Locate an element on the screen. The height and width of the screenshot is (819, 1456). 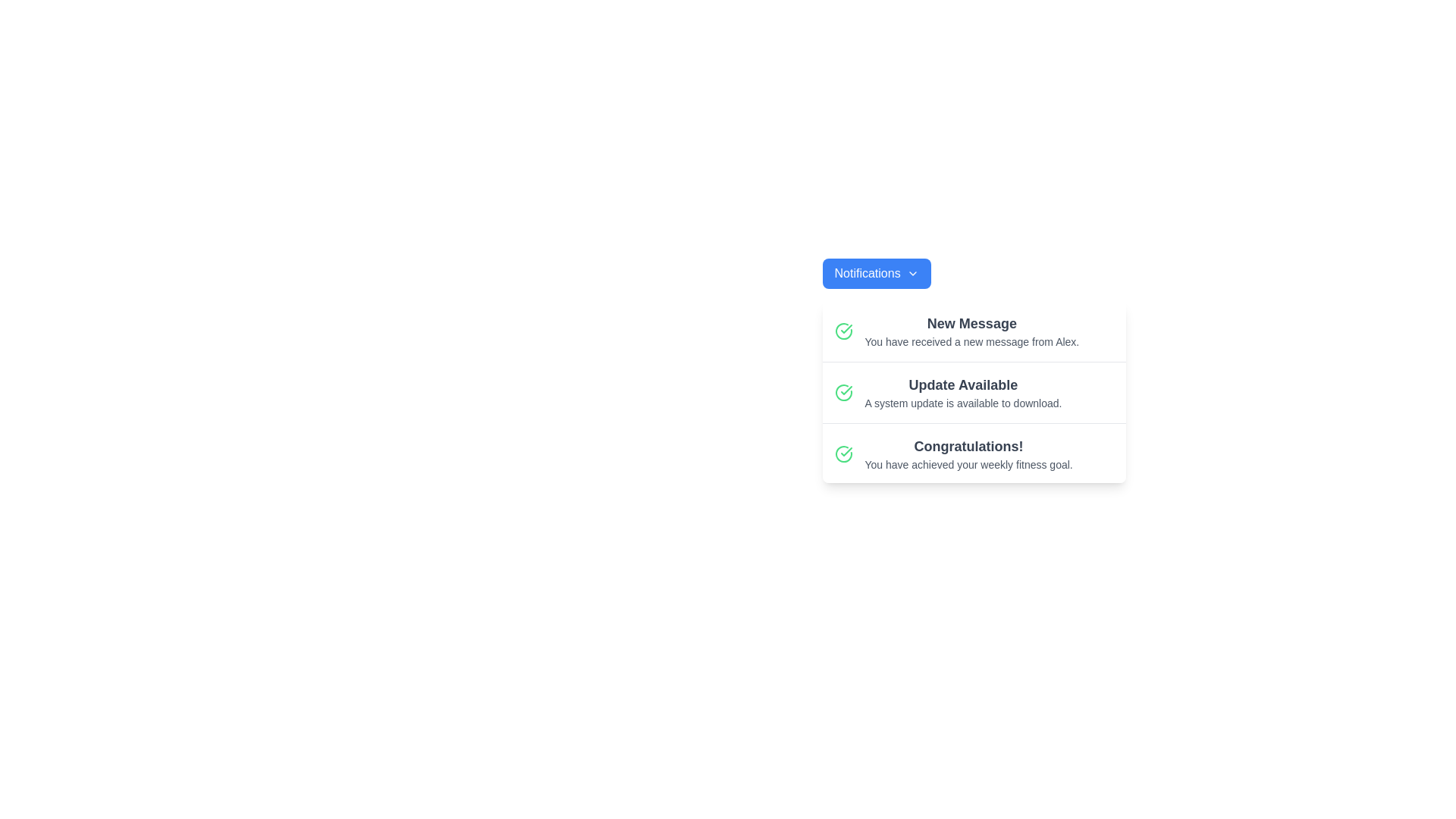
the positive status icon located at the top-left of a notification list item, indicating successful completion of a task is located at coordinates (846, 390).